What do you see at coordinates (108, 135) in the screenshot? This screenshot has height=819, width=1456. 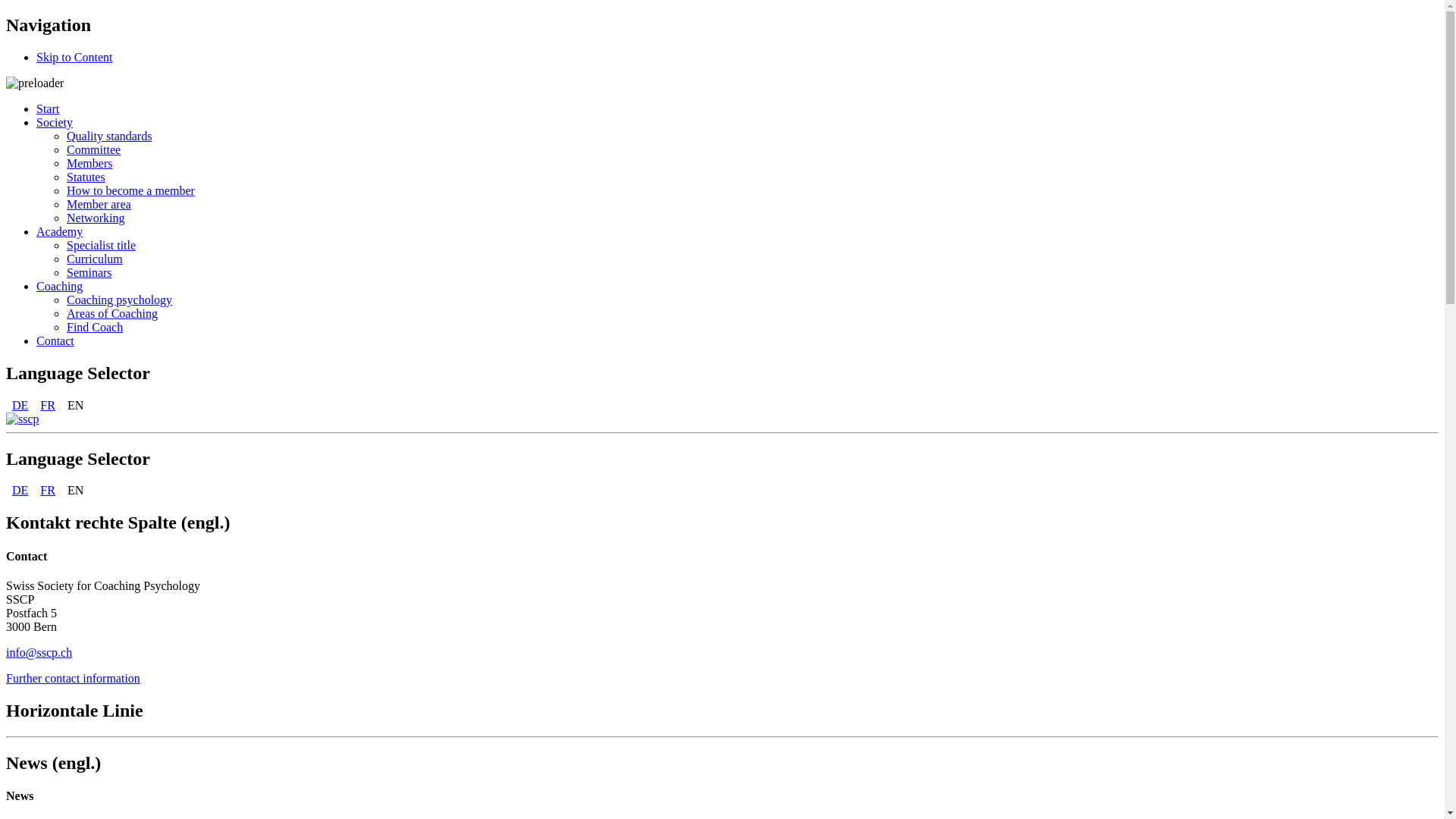 I see `'Quality standards'` at bounding box center [108, 135].